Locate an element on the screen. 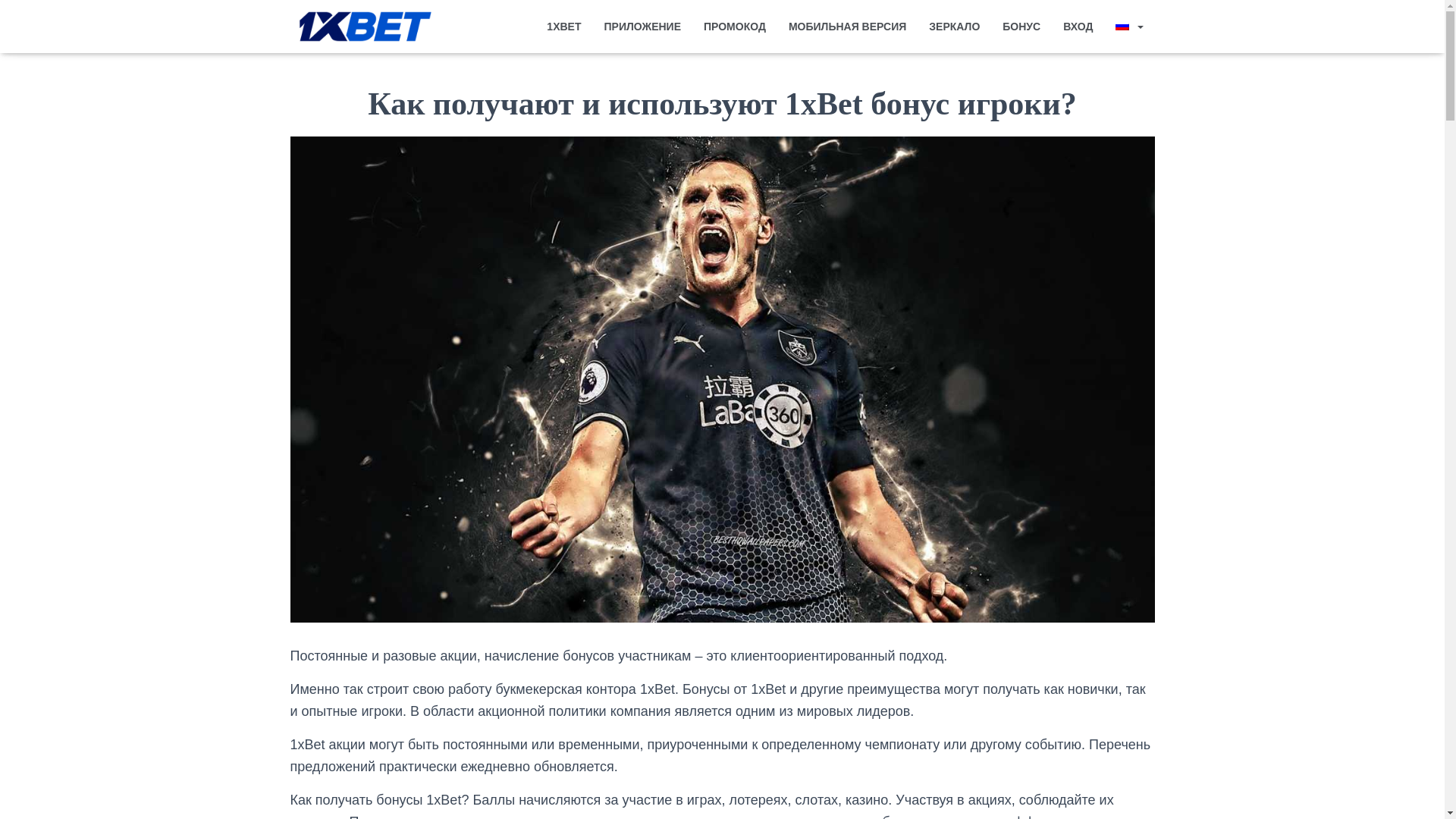  '1XBET' is located at coordinates (563, 26).